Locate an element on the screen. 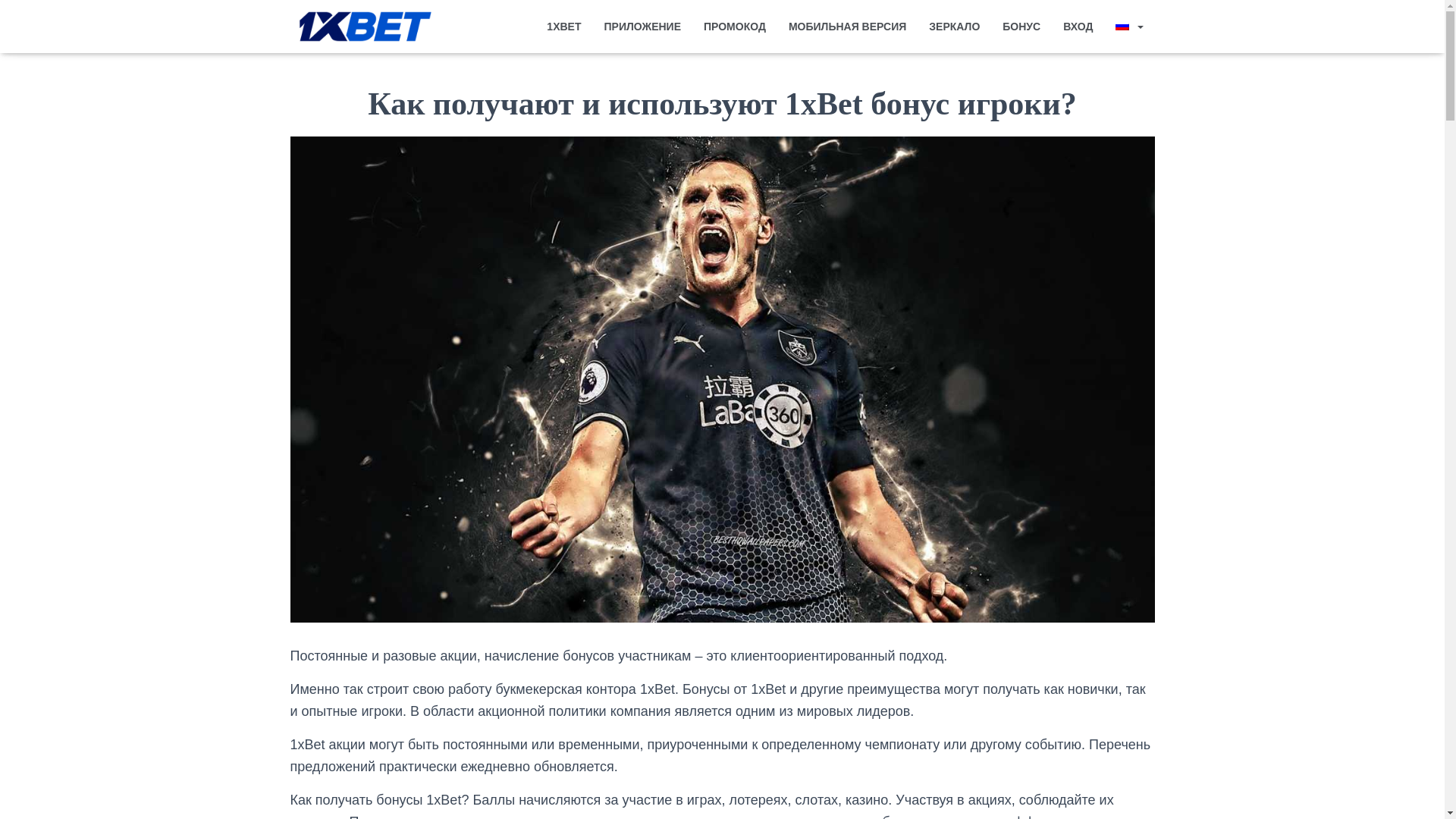  '1XBET' is located at coordinates (563, 26).